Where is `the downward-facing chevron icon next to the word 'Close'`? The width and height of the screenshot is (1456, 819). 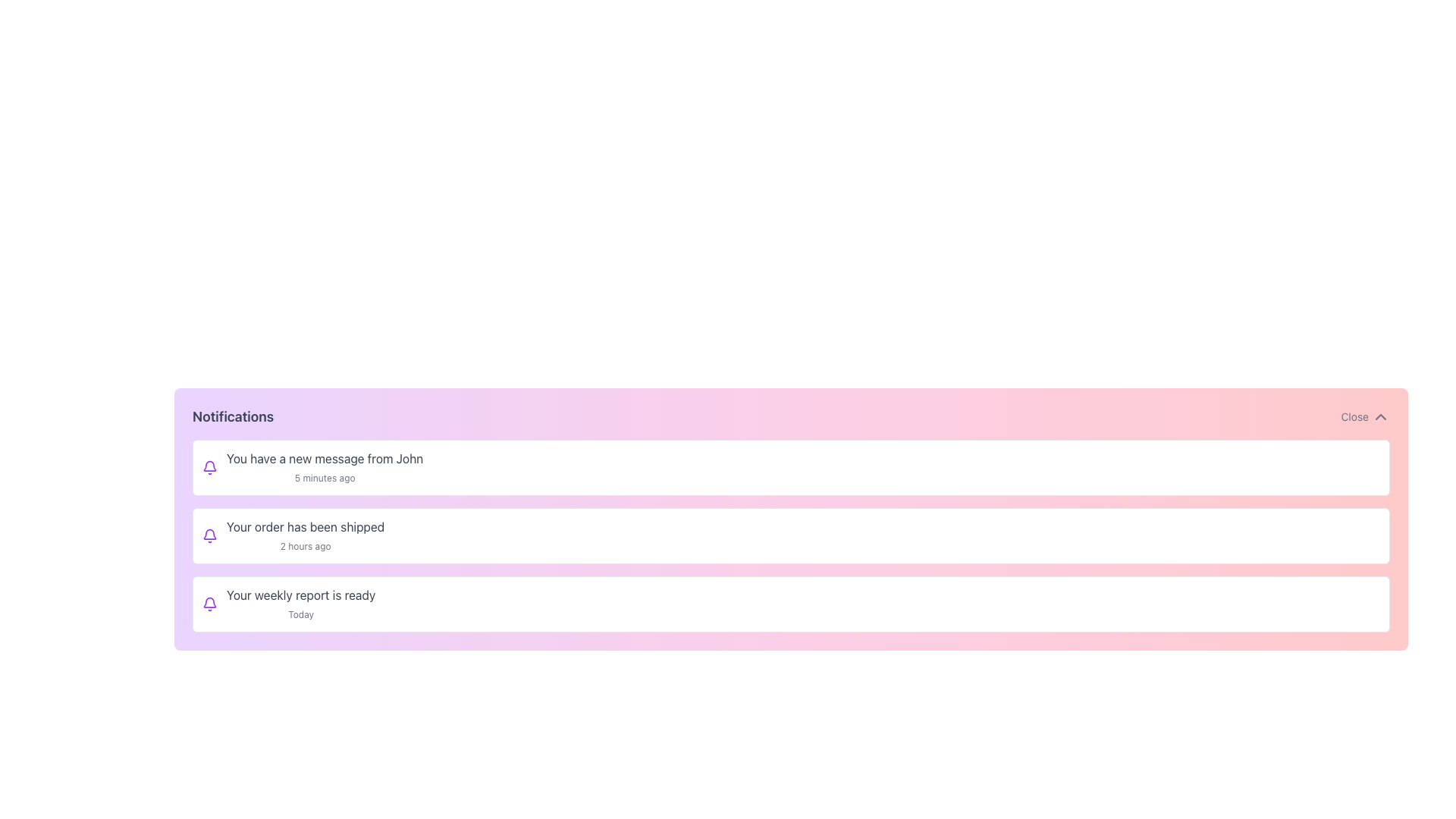 the downward-facing chevron icon next to the word 'Close' is located at coordinates (1380, 417).